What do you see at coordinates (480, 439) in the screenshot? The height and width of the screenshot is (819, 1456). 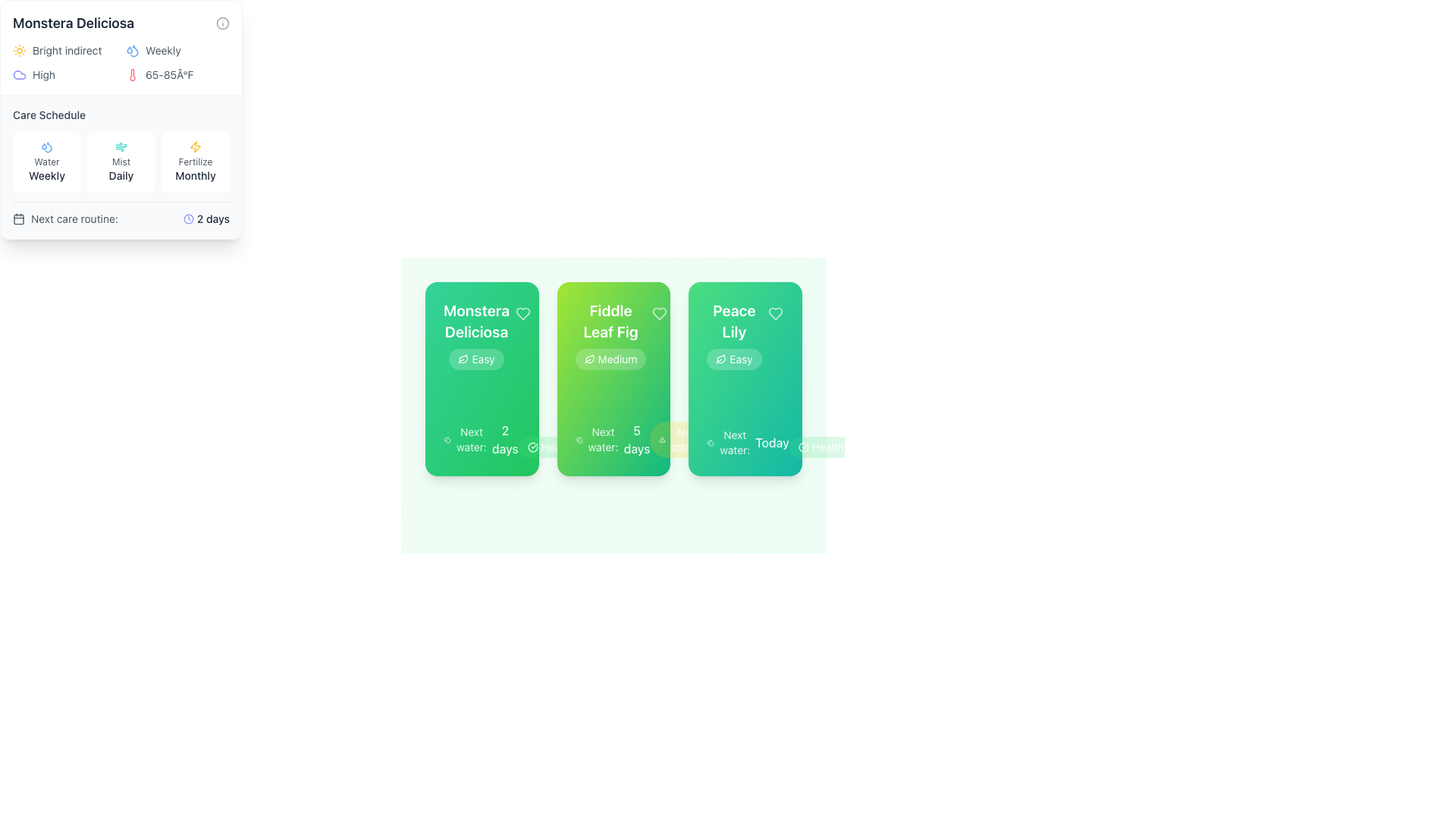 I see `informational text labeled 'Next water: 2 days' located at the bottom left of the green card titled 'Monstera Deliciosa'` at bounding box center [480, 439].